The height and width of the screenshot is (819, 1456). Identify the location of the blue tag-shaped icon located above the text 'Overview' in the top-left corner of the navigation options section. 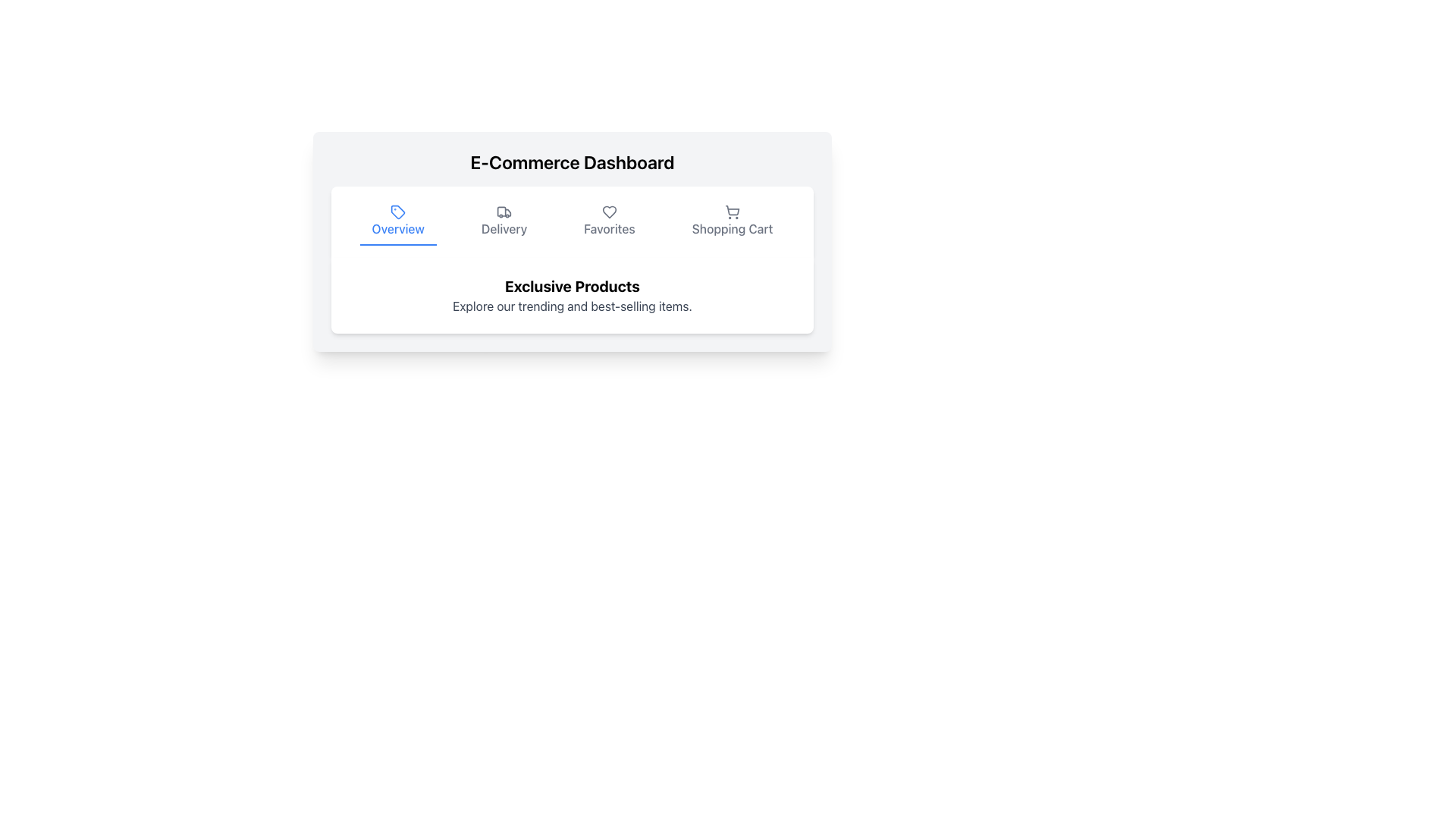
(398, 212).